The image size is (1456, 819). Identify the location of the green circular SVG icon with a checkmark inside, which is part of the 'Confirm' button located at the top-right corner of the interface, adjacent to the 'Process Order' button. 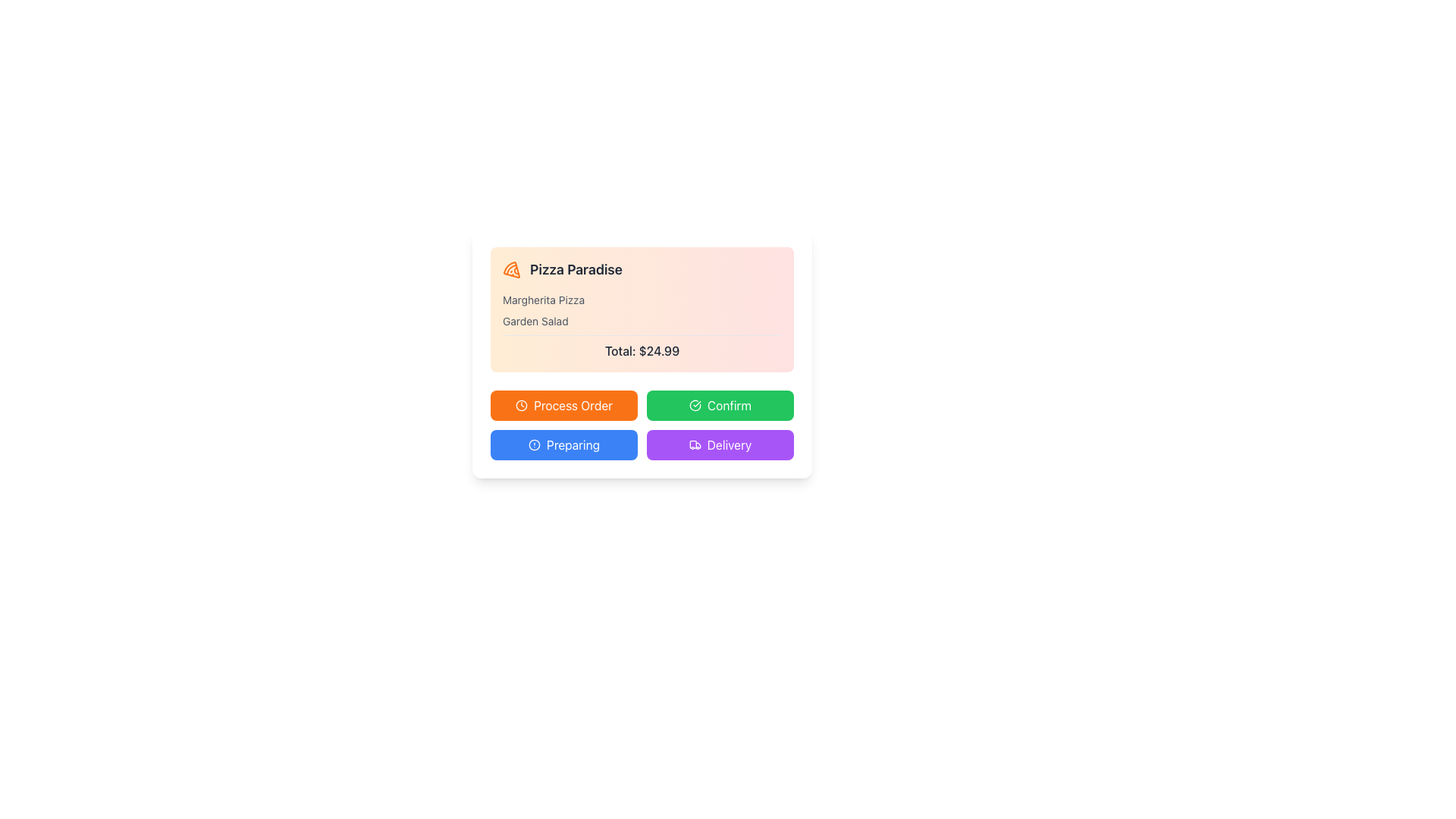
(694, 405).